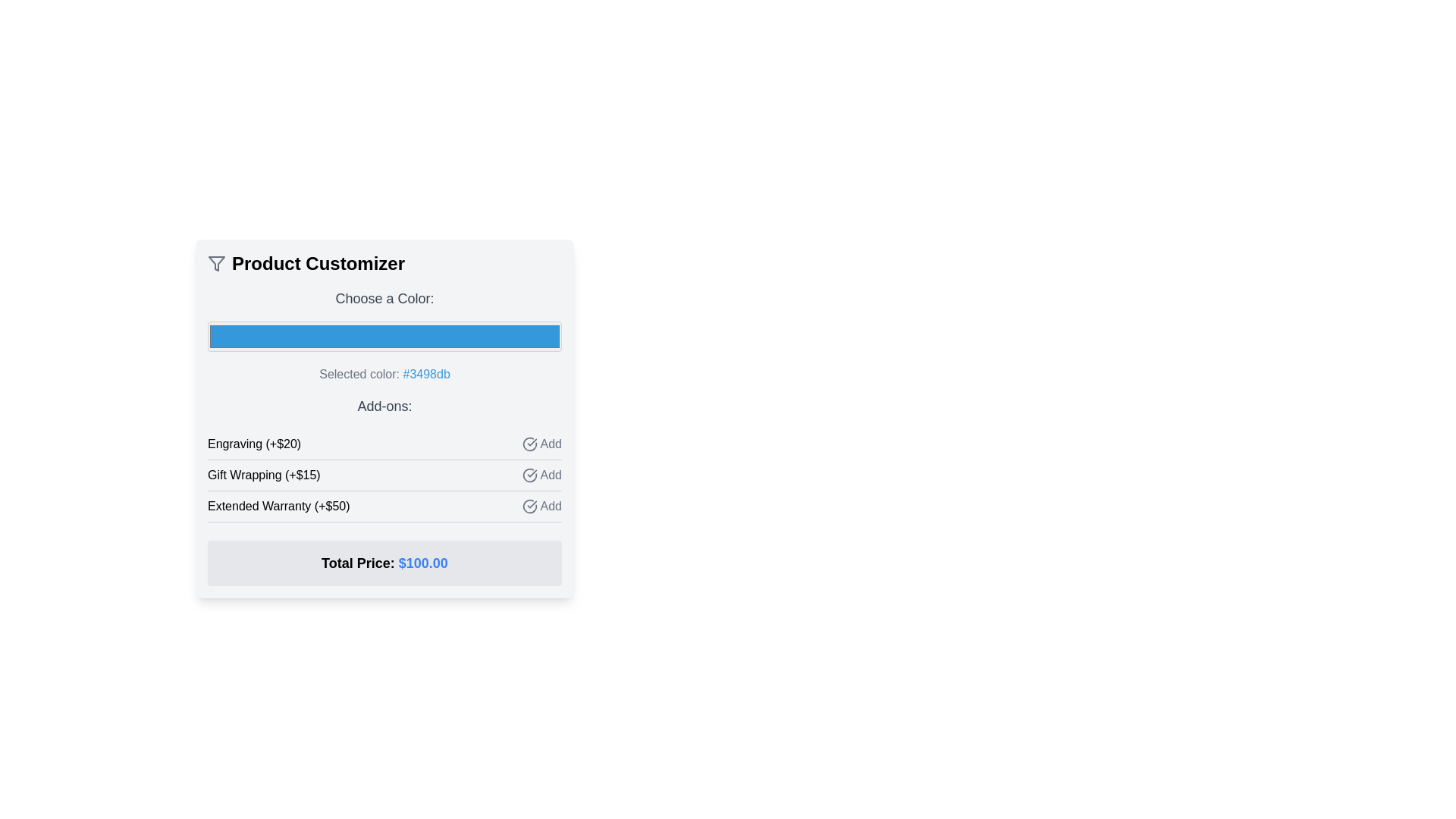  I want to click on the 'Add' label, which is a gray textual label positioned at the far right of the 'Engraving (+$20)' row in the 'Add-ons' section, so click(550, 444).